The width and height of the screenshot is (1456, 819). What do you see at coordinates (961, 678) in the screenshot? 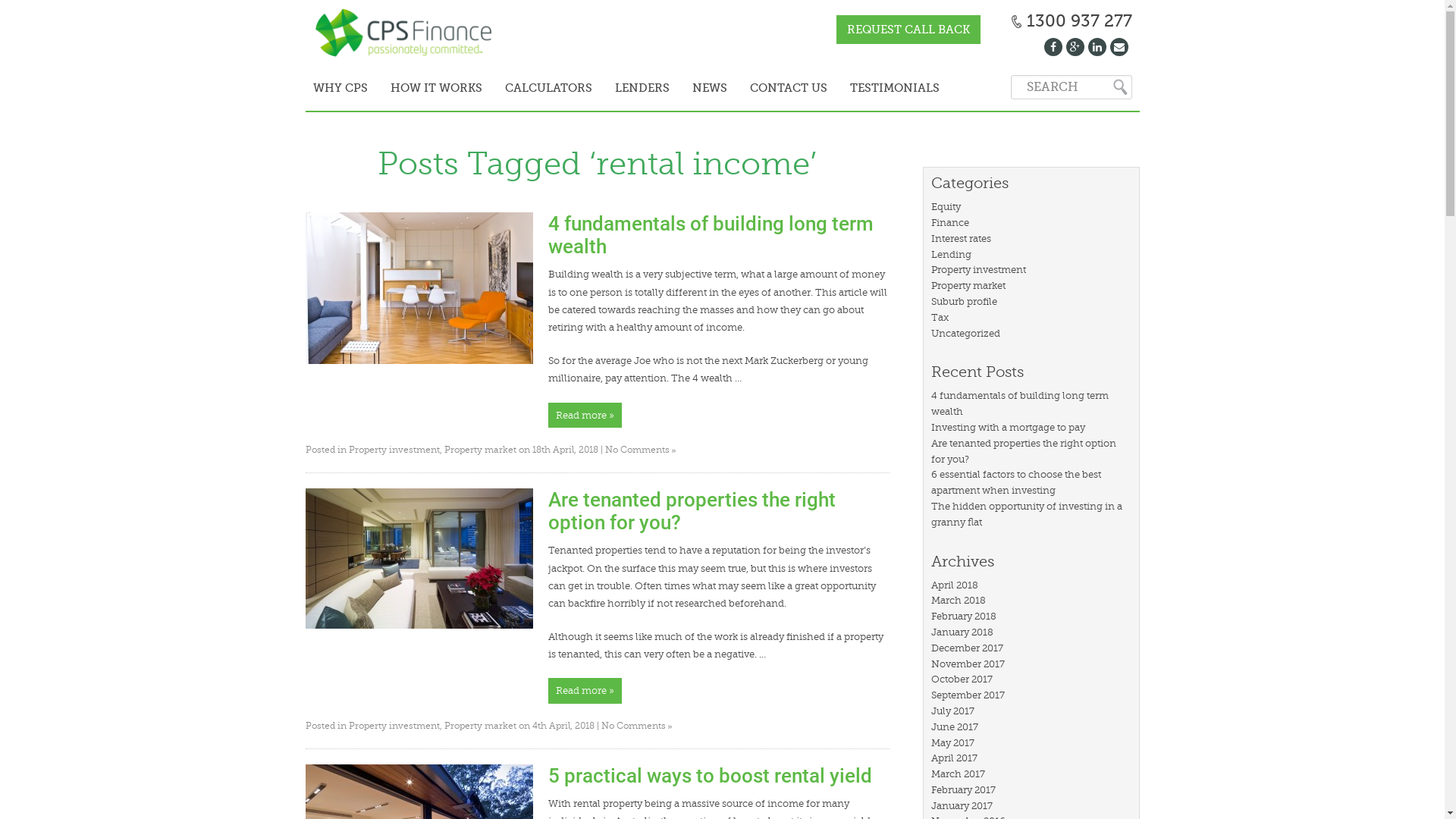
I see `'October 2017'` at bounding box center [961, 678].